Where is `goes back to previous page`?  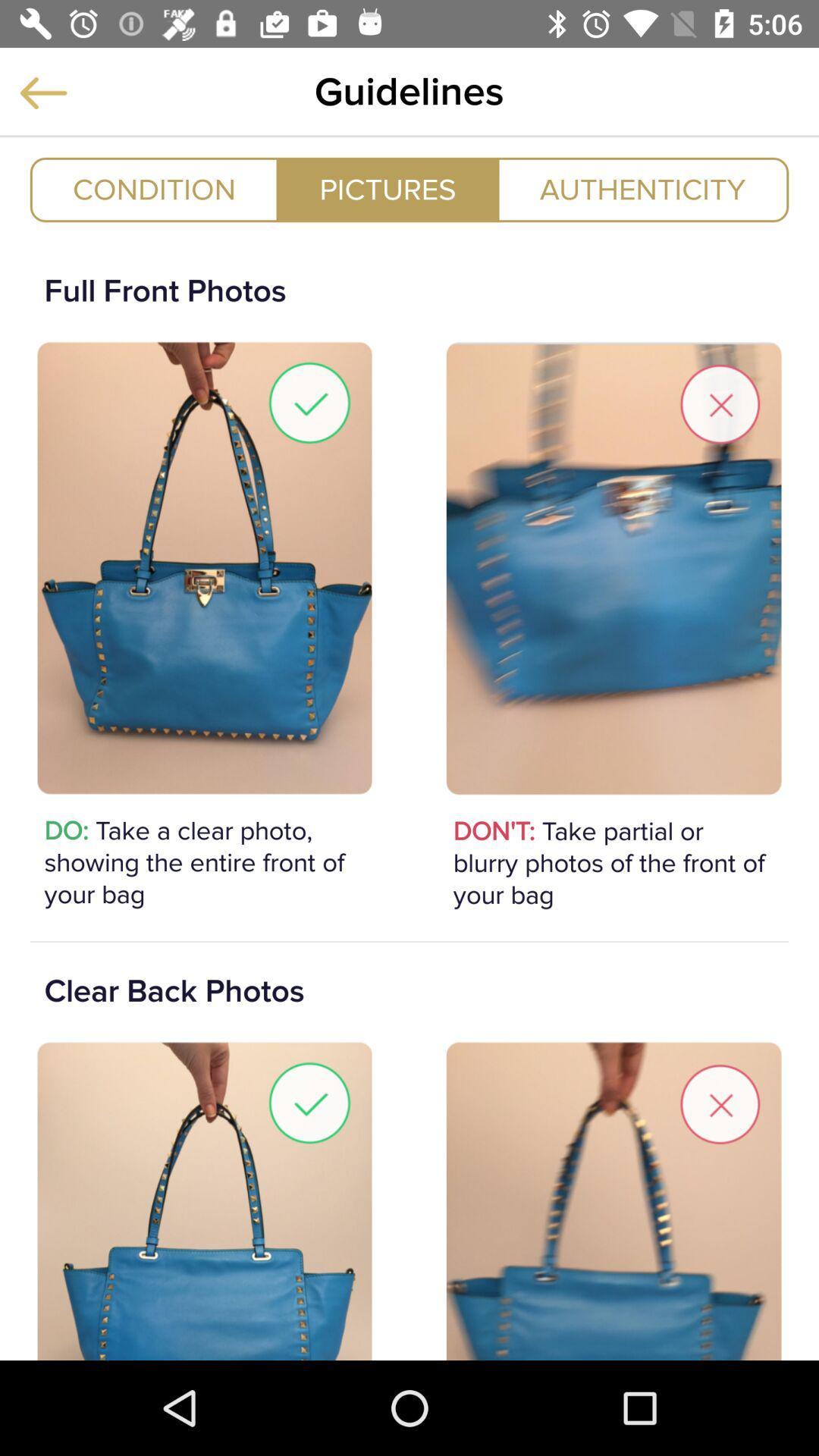 goes back to previous page is located at coordinates (42, 92).